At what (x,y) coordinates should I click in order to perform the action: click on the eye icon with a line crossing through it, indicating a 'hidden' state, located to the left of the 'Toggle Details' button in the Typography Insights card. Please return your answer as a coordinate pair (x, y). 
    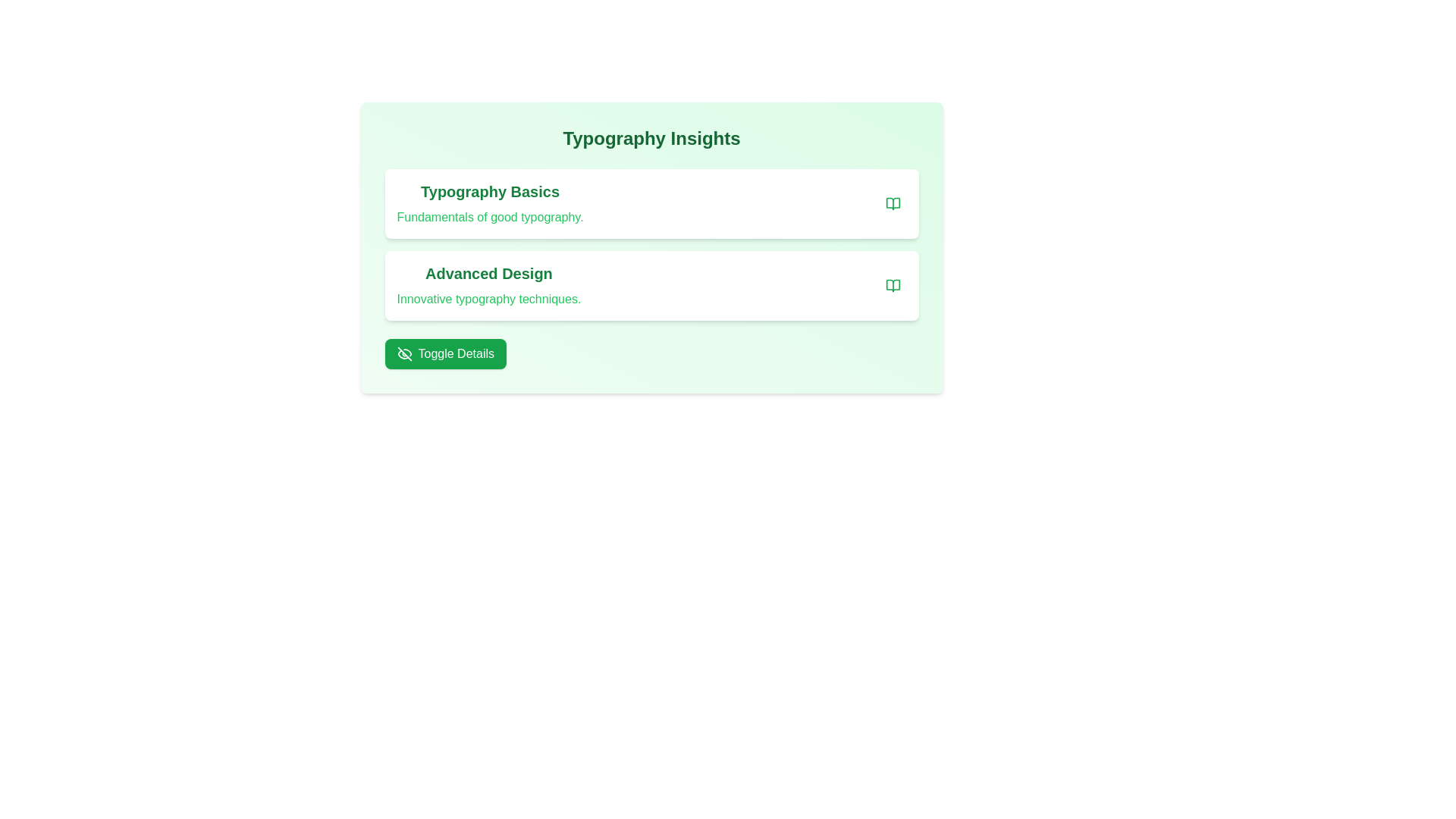
    Looking at the image, I should click on (404, 353).